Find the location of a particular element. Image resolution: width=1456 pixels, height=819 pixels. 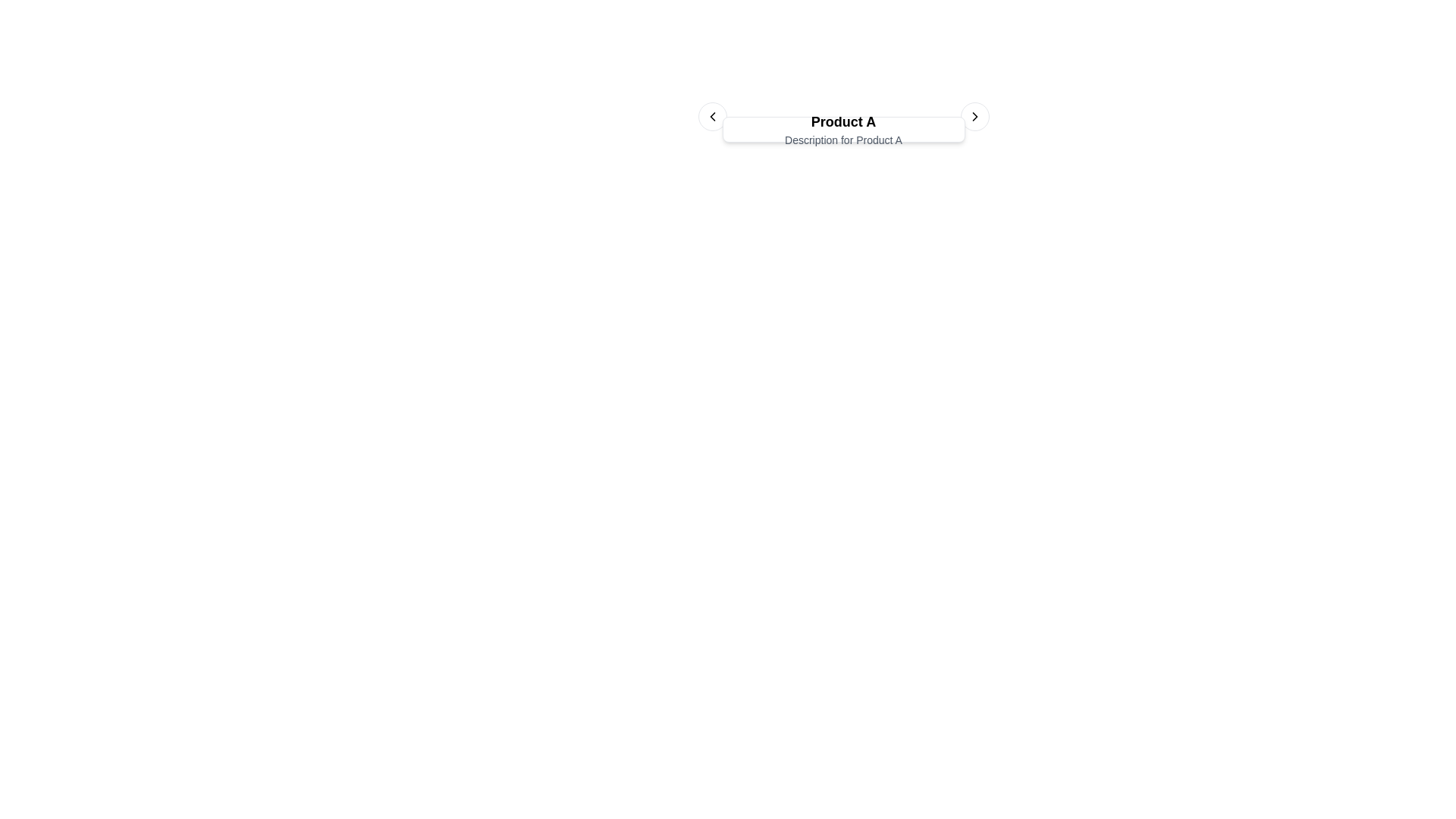

the right-facing chevron icon button within the card for 'Product A' is located at coordinates (974, 116).